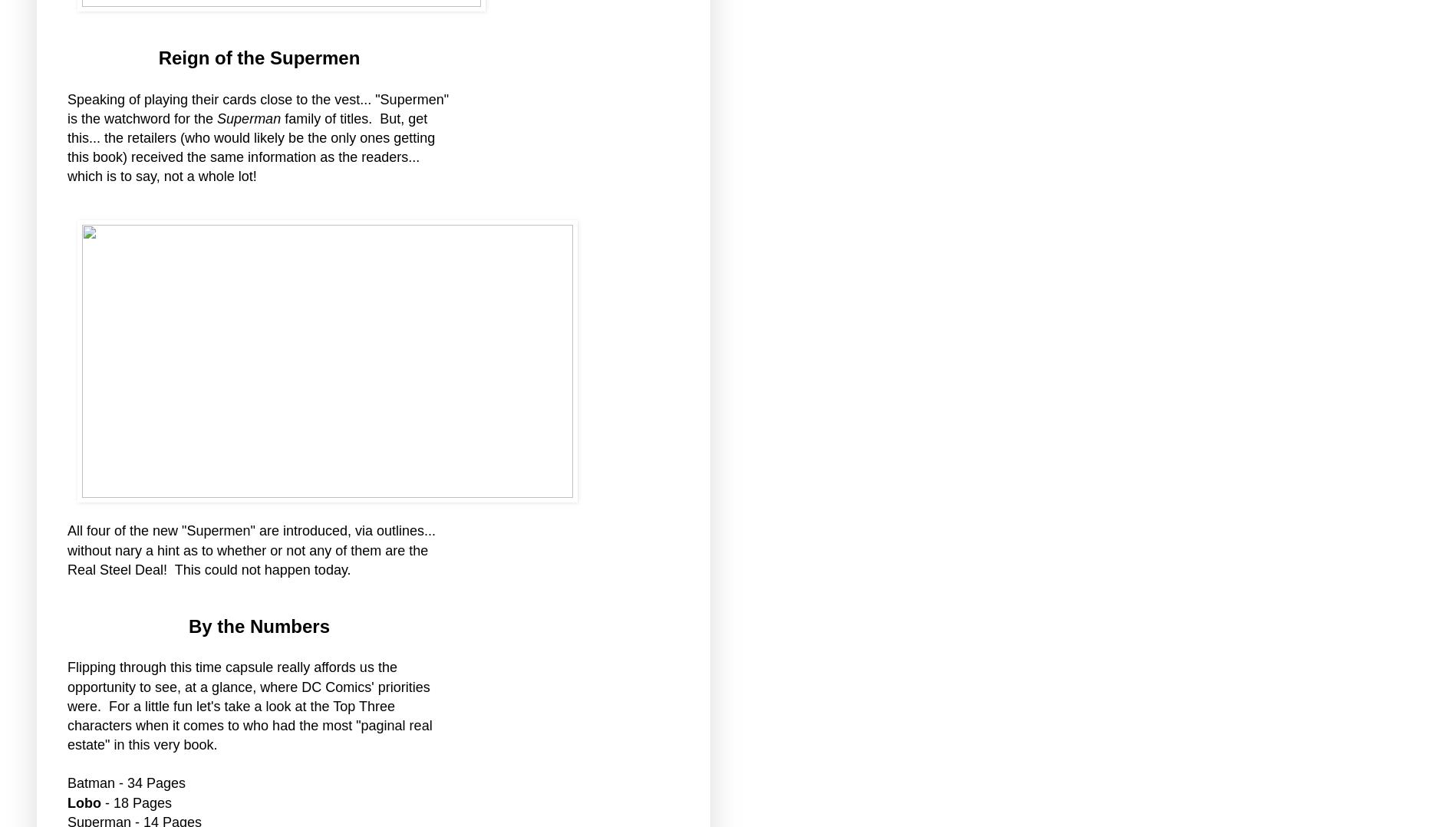  I want to click on 'All four of the new "Supermen" are introduced, via outlines... without nary a hint as to whether or not any of them are the Real Steel Deal!  This could not happen today.', so click(251, 549).